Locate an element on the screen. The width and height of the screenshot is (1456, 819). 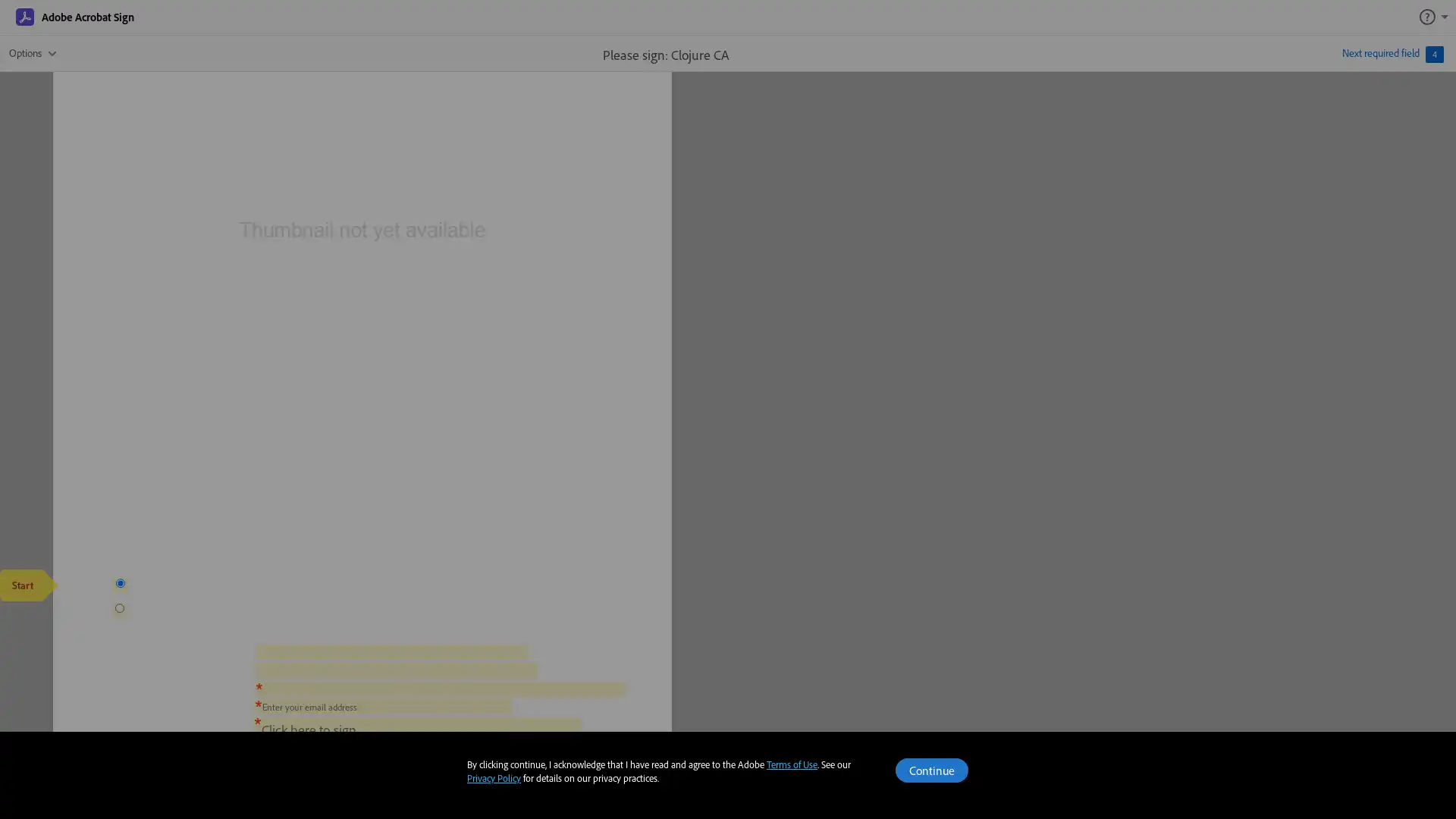
Click to sign required is located at coordinates (783, 729).